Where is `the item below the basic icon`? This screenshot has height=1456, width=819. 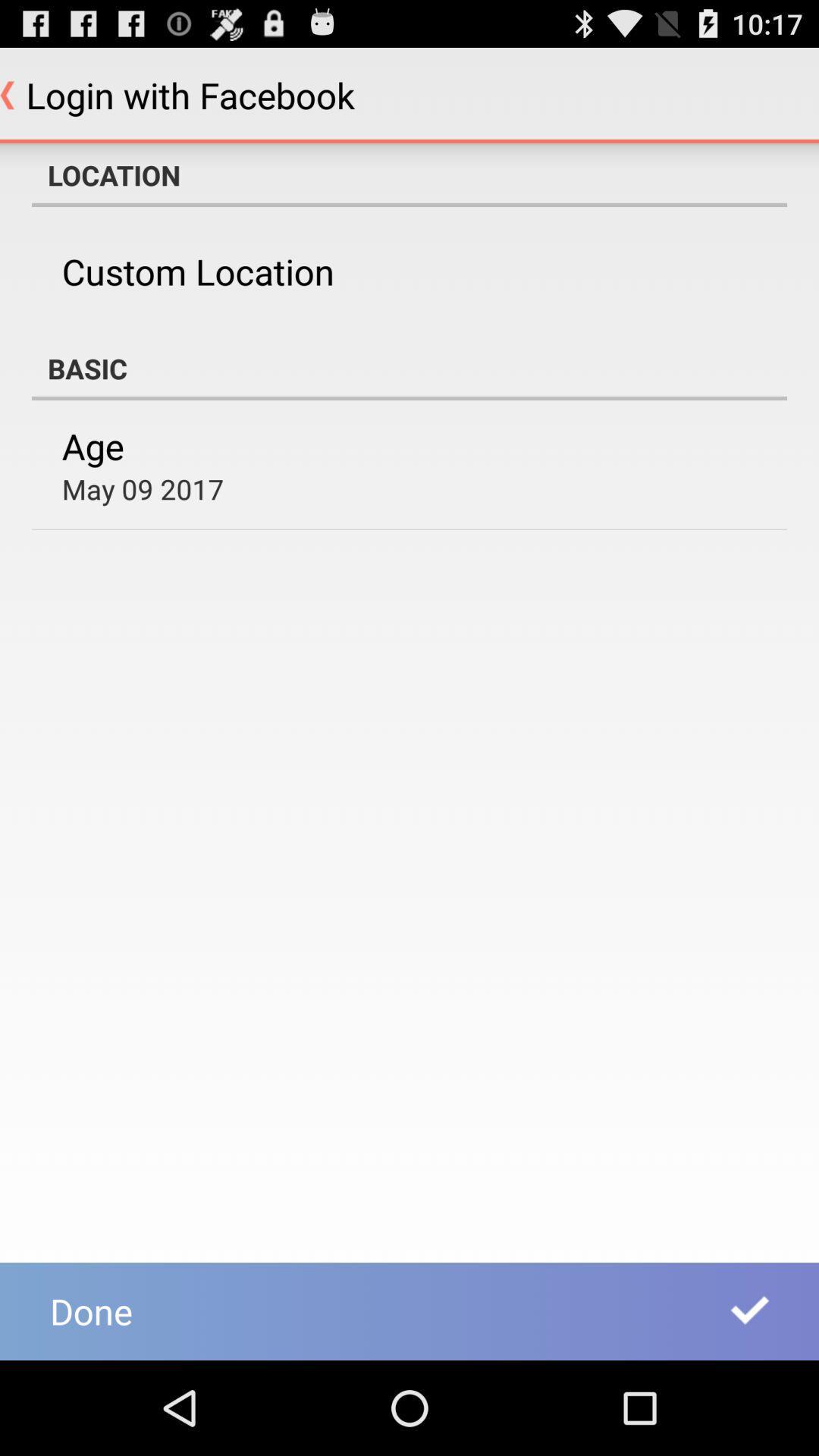 the item below the basic icon is located at coordinates (93, 445).